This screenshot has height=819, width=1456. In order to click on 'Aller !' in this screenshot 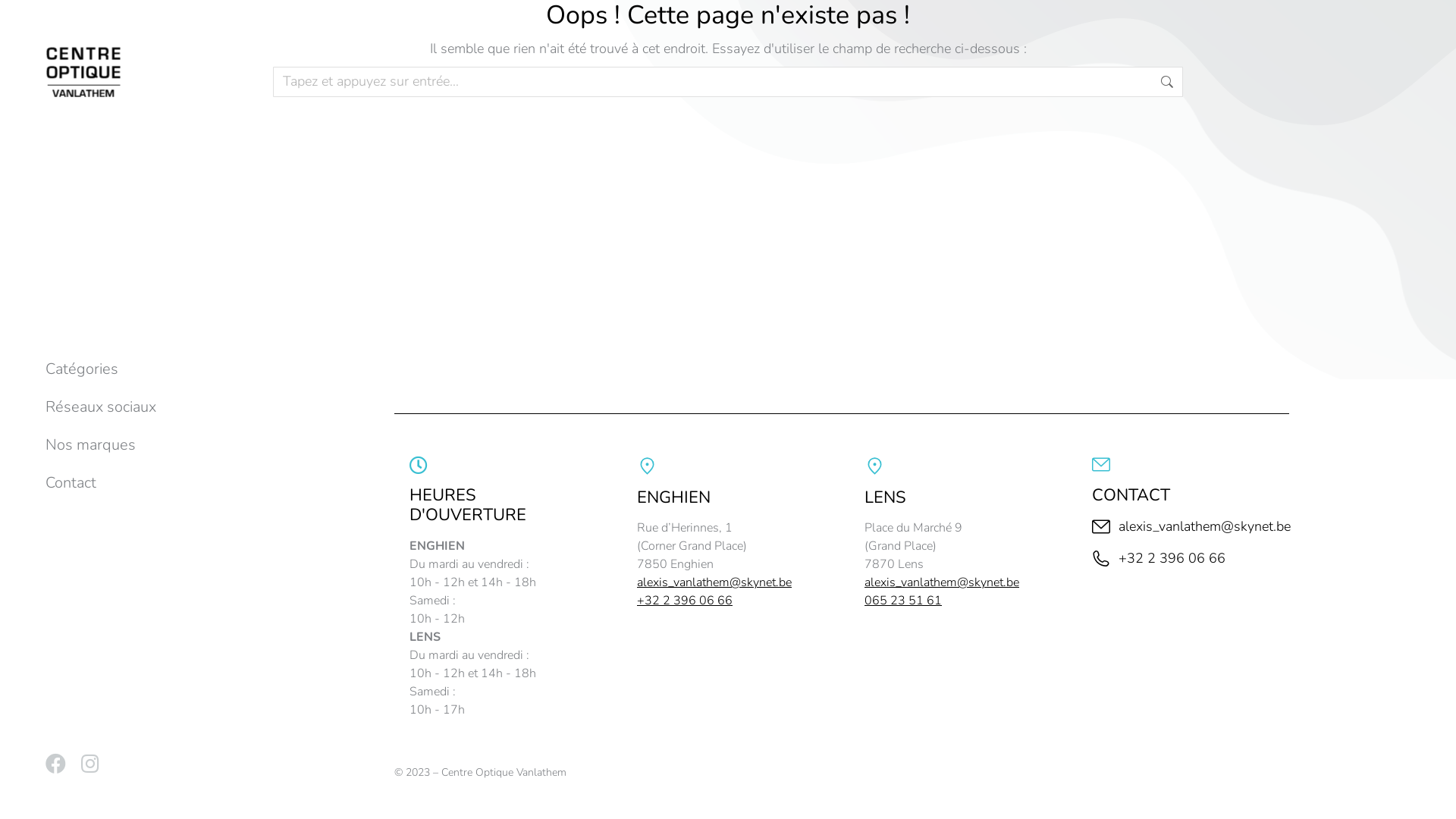, I will do `click(1207, 79)`.